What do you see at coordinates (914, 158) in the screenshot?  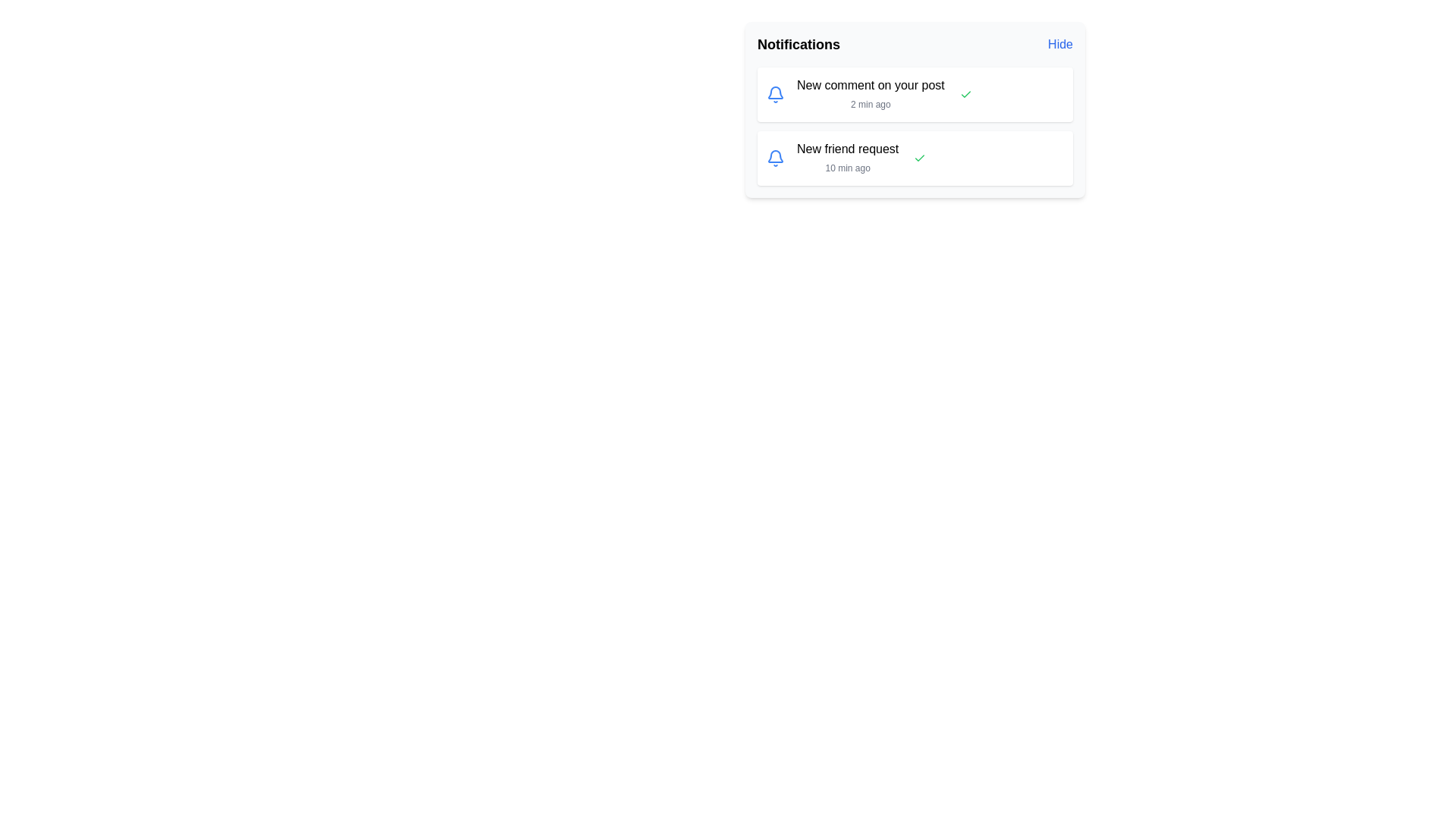 I see `the second notification entry in the notifications list, which contains a bell icon, the text 'New friend request', and a green checkmark icon` at bounding box center [914, 158].